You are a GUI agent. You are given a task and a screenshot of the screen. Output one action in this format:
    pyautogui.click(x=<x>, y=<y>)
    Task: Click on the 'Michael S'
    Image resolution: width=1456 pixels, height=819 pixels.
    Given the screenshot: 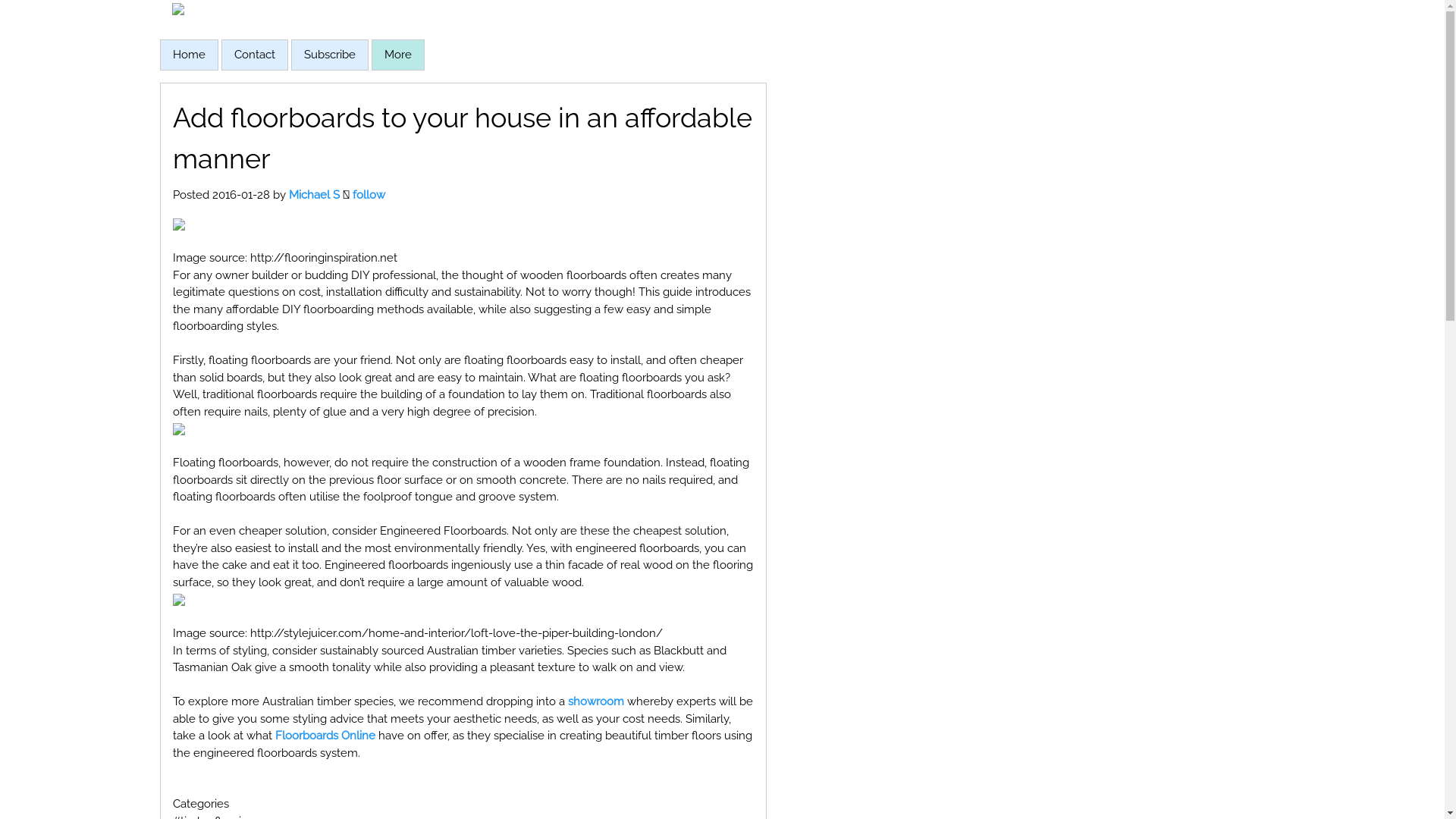 What is the action you would take?
    pyautogui.click(x=312, y=194)
    